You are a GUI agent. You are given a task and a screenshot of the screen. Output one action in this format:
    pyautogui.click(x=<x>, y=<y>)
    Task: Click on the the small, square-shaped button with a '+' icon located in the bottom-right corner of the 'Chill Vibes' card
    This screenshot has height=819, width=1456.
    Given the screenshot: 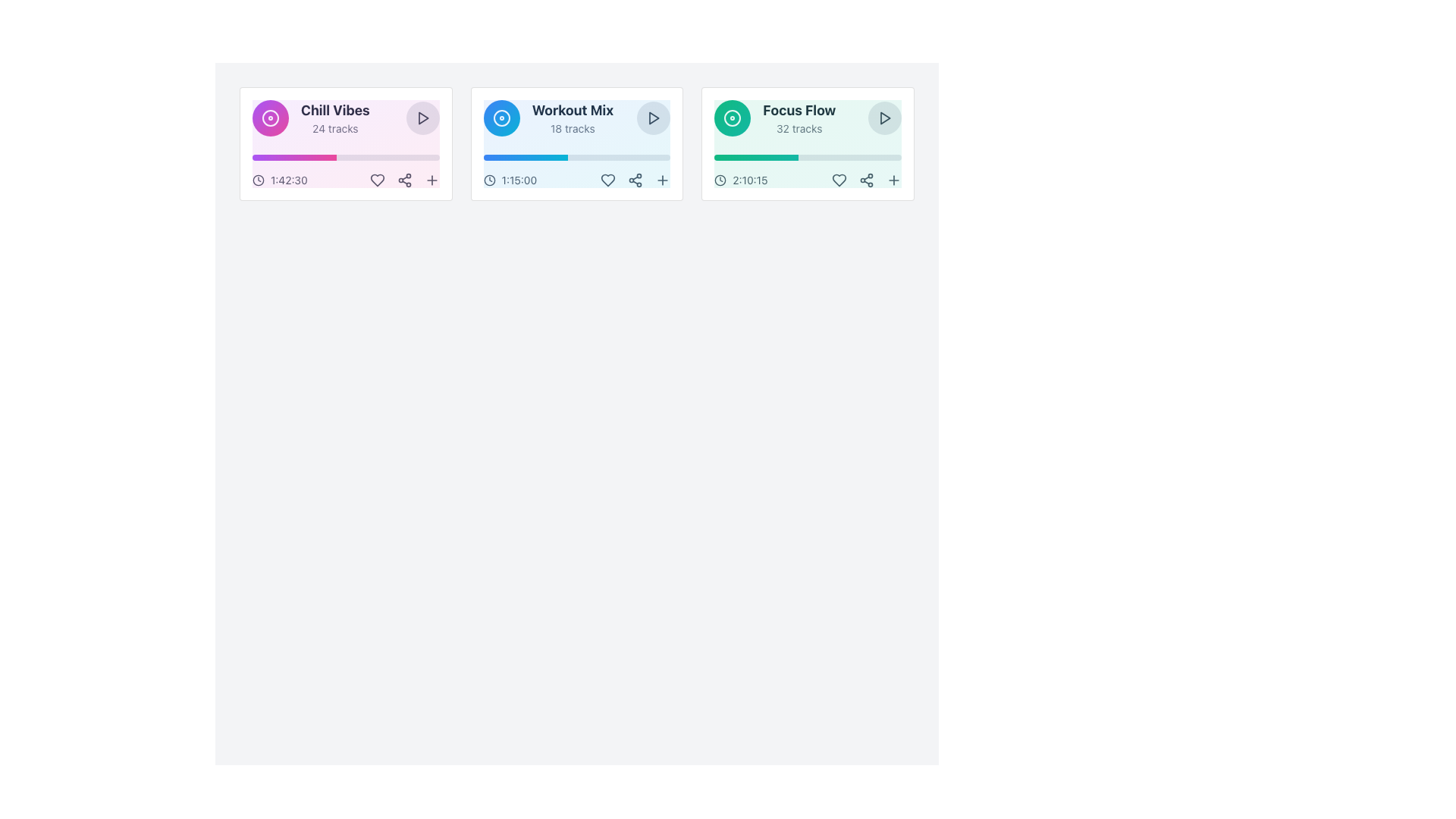 What is the action you would take?
    pyautogui.click(x=431, y=180)
    